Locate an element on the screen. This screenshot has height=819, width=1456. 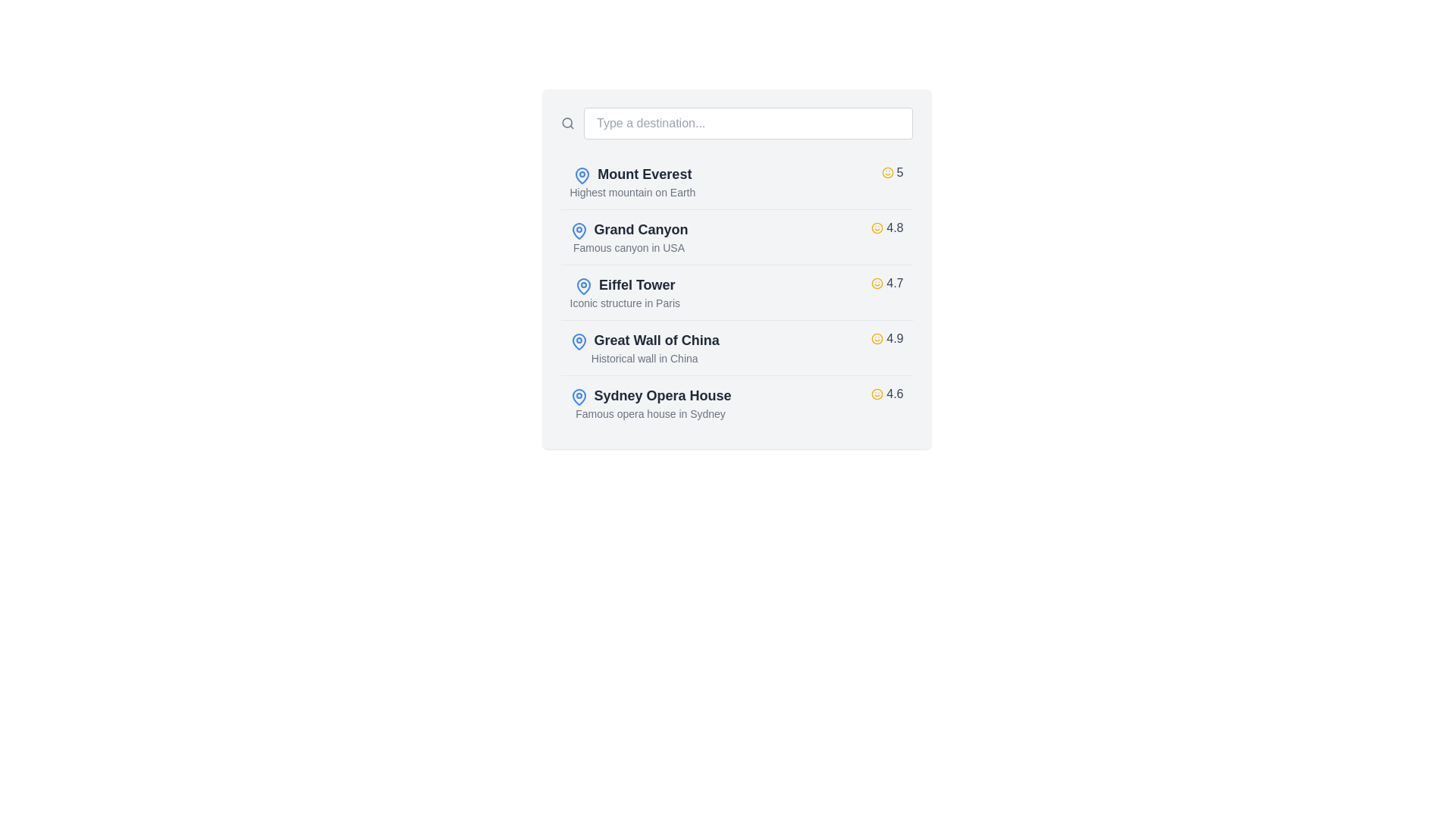
the text label reading 'Historical wall in China', which is styled in a small gray sans-serif font and located below the title 'Great Wall of China' is located at coordinates (645, 359).